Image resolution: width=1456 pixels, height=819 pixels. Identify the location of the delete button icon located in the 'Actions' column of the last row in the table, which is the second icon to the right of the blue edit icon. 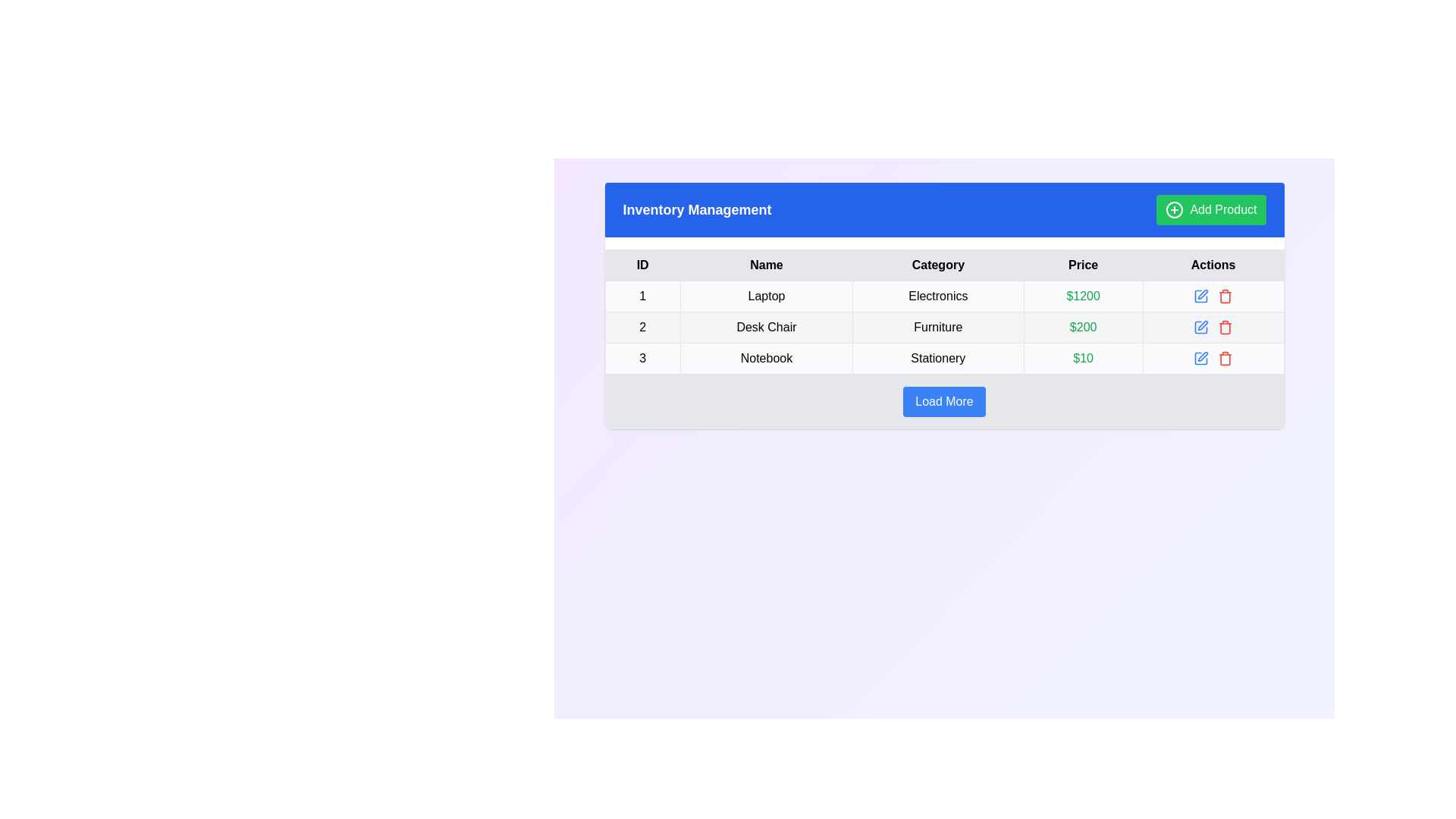
(1225, 359).